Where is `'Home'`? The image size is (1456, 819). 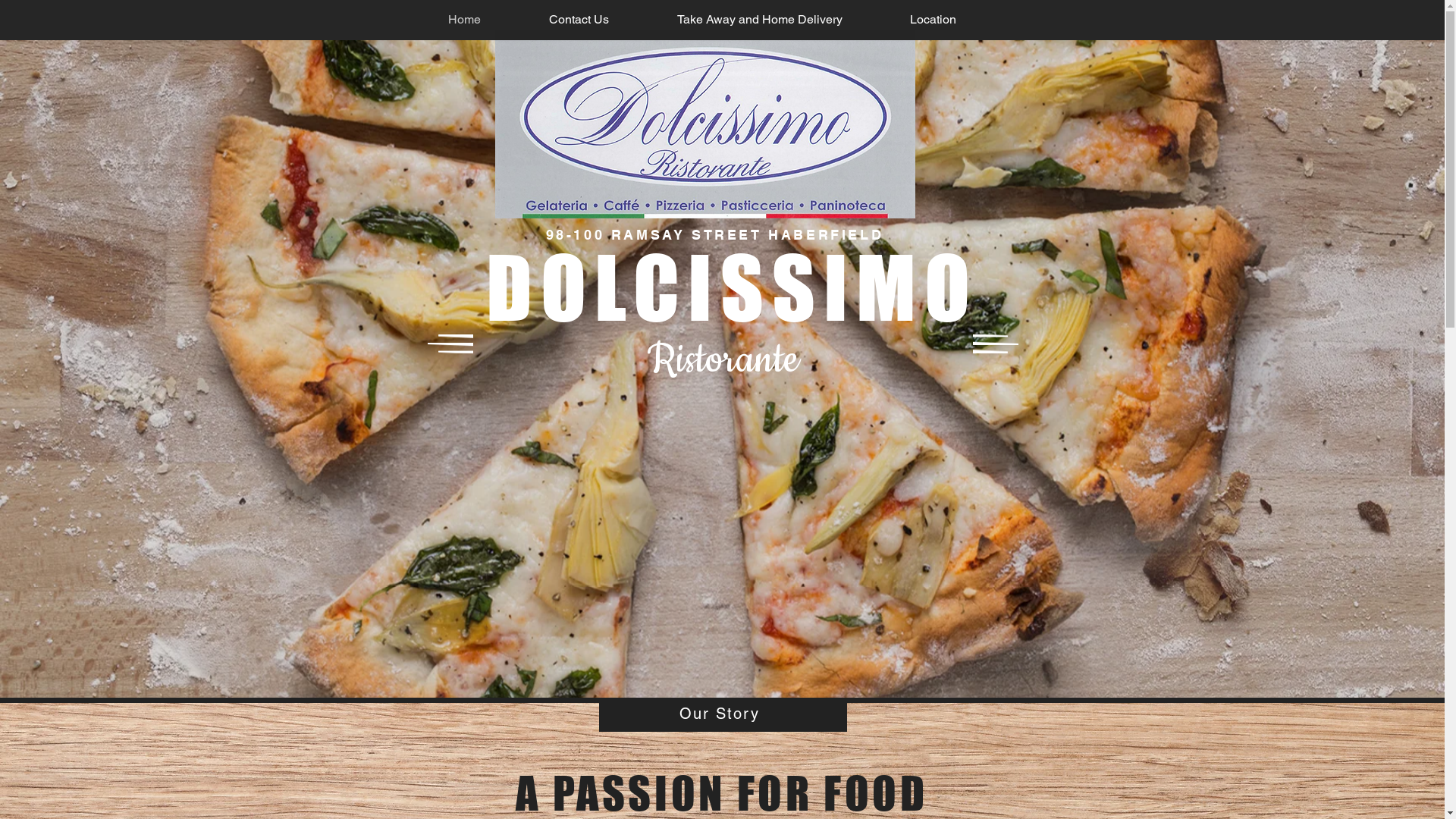
'Home' is located at coordinates (414, 19).